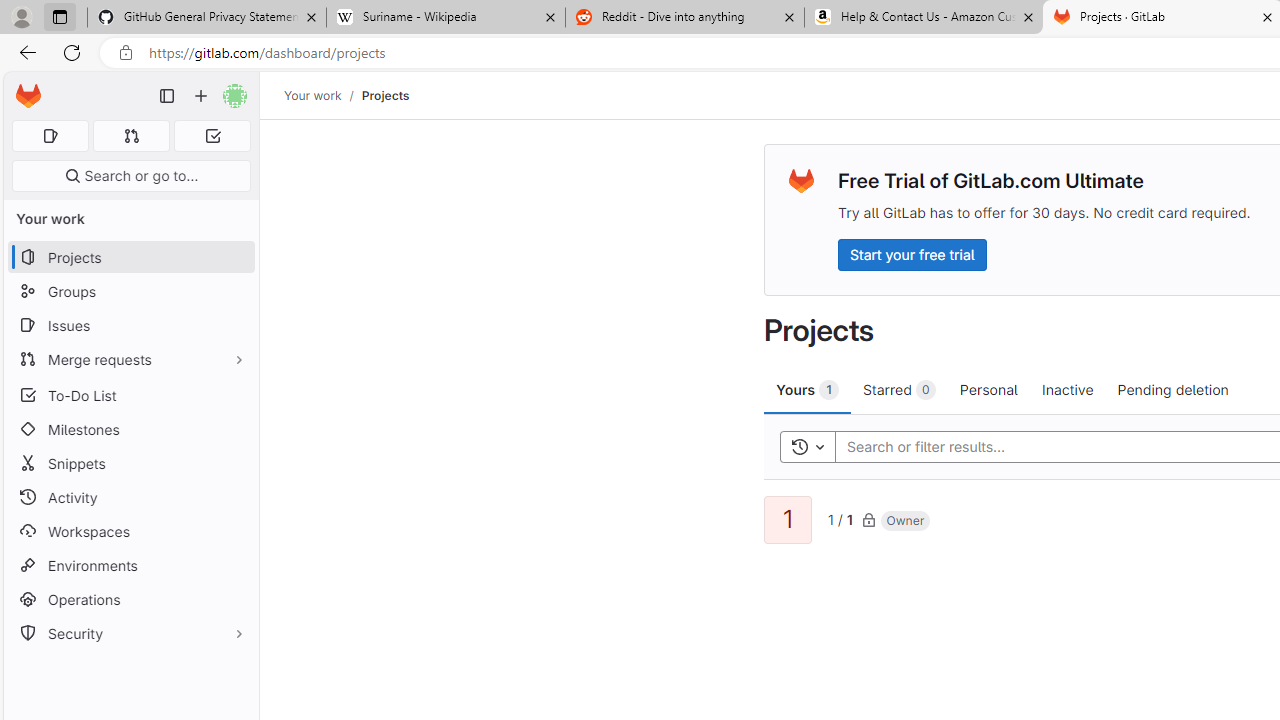 The image size is (1280, 720). I want to click on 'Groups', so click(130, 291).